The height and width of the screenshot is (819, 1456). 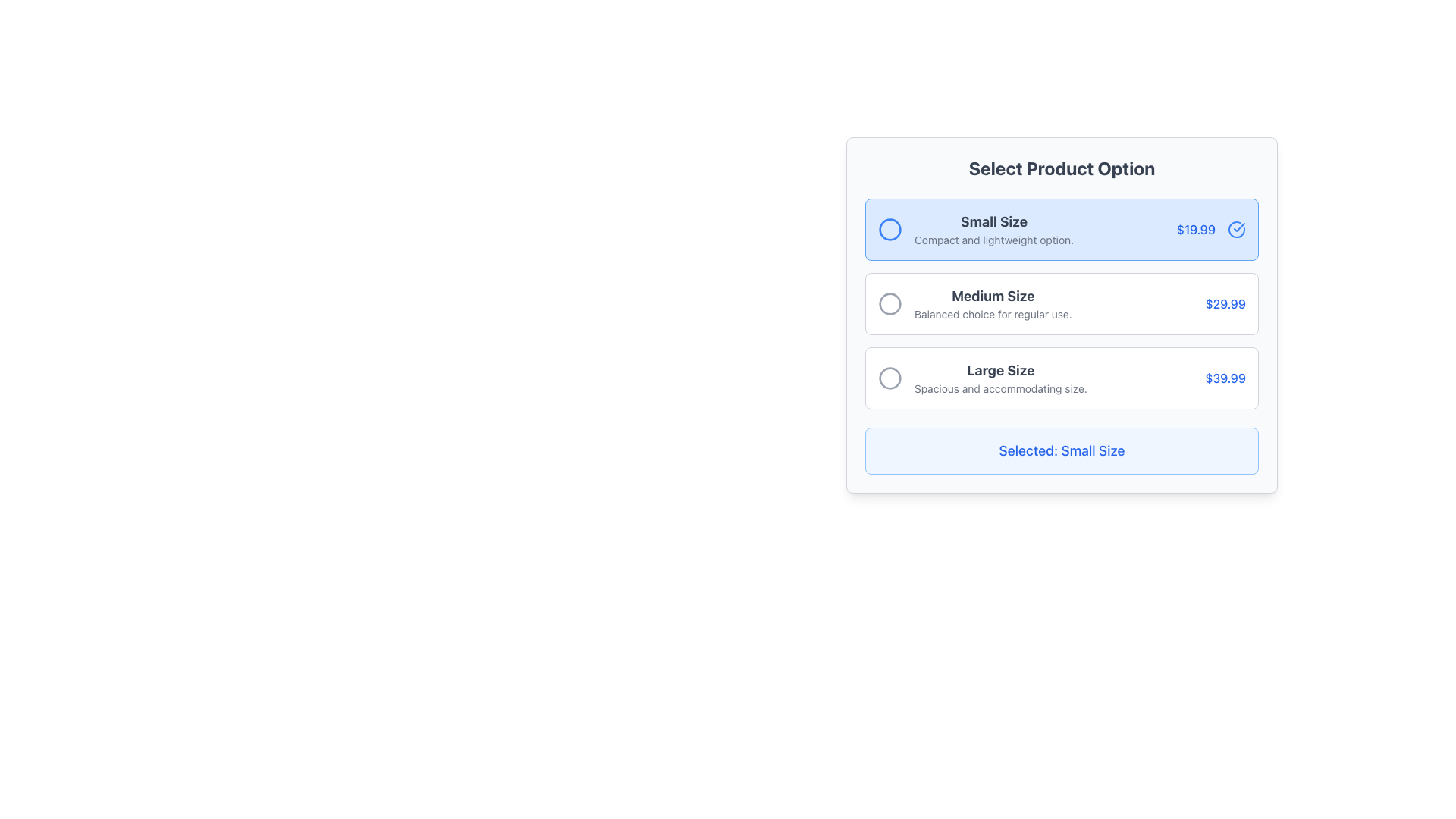 I want to click on the circular indicator icon located on the left side of the 'Large Size' option row in the product selection section, so click(x=890, y=377).